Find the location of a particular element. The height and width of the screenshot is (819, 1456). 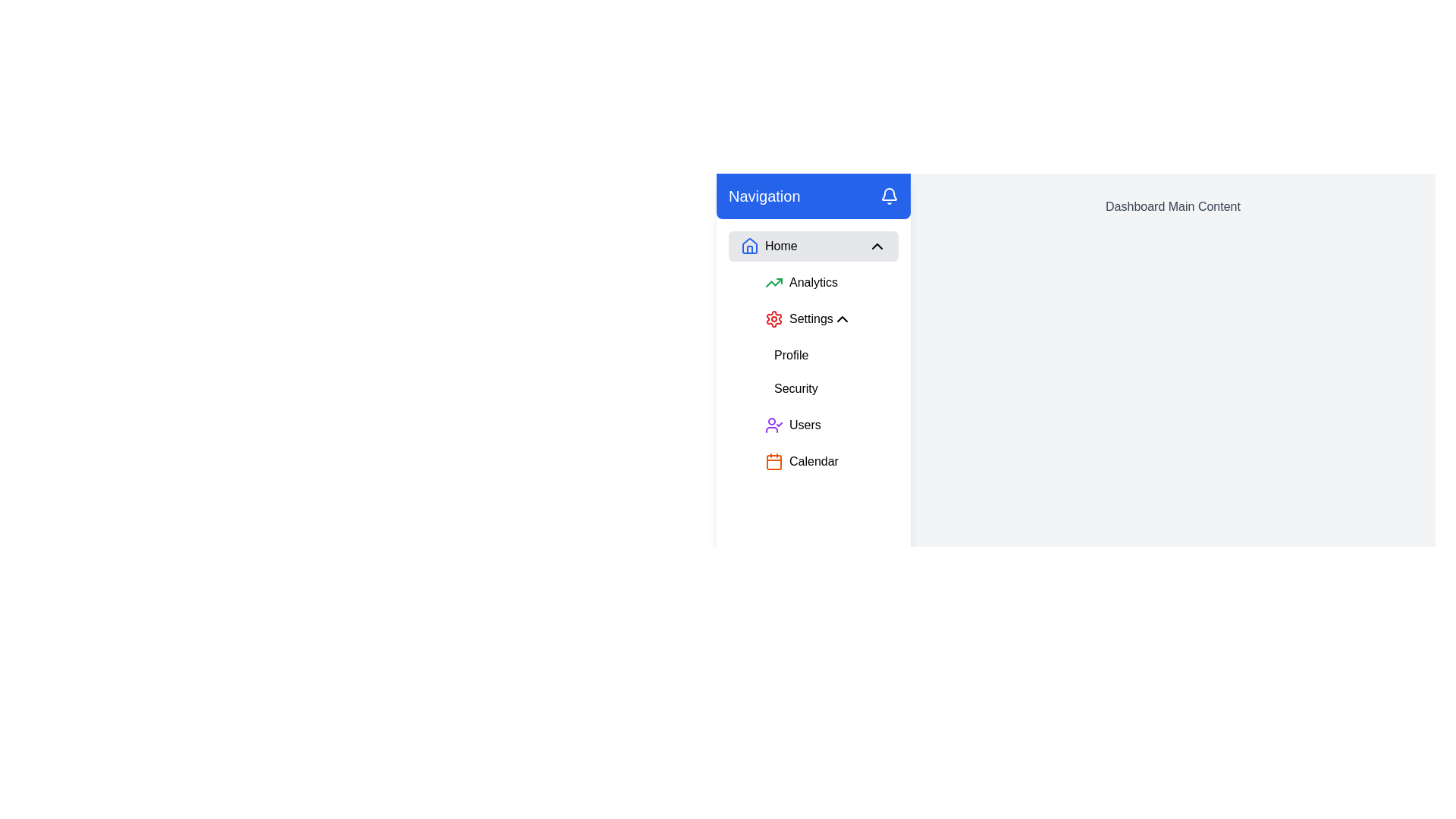

the red cogwheel icon in the navigation sidebar that is associated with settings or configuration functionalities is located at coordinates (774, 318).